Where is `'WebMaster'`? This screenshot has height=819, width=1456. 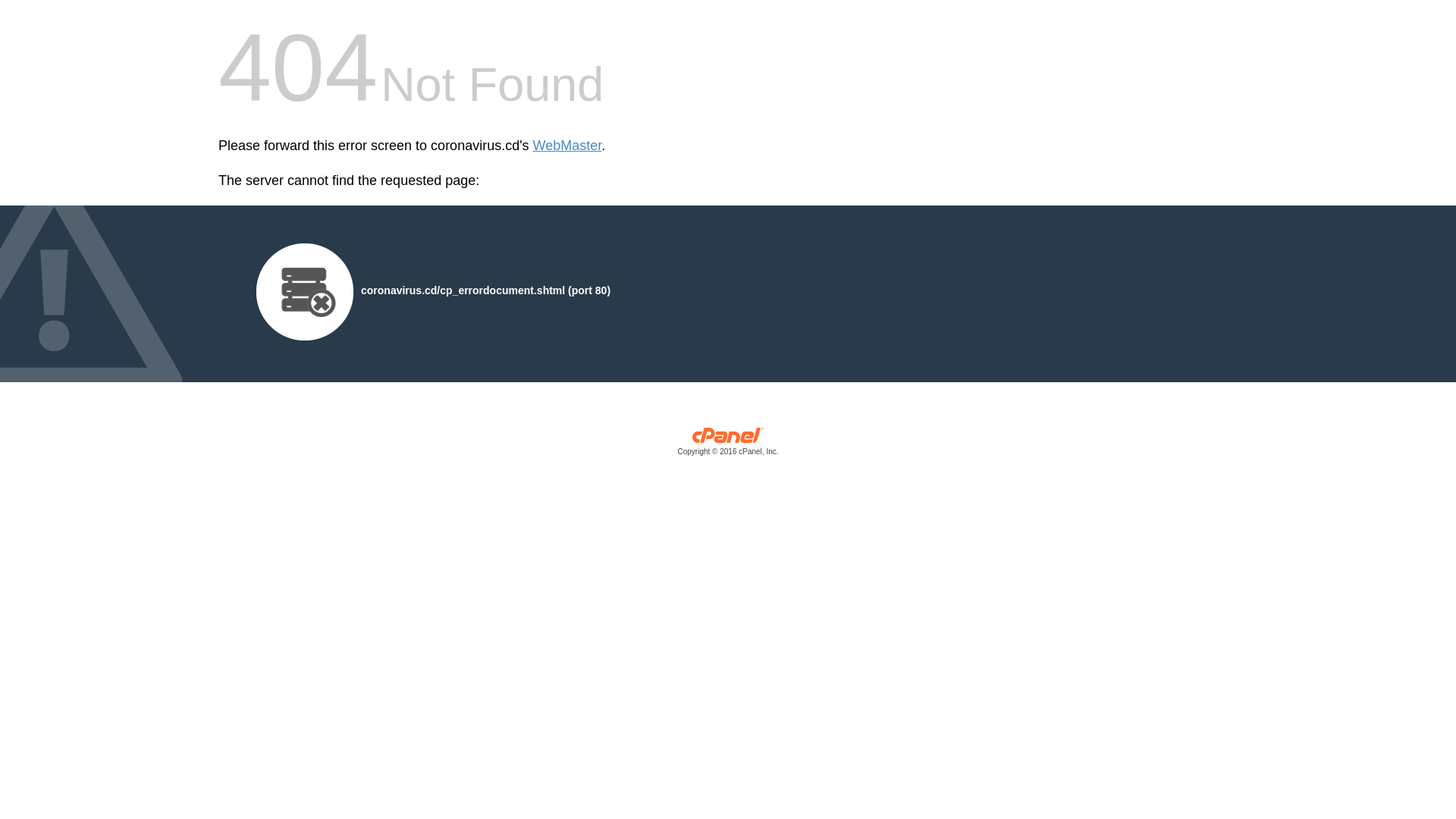
'WebMaster' is located at coordinates (566, 146).